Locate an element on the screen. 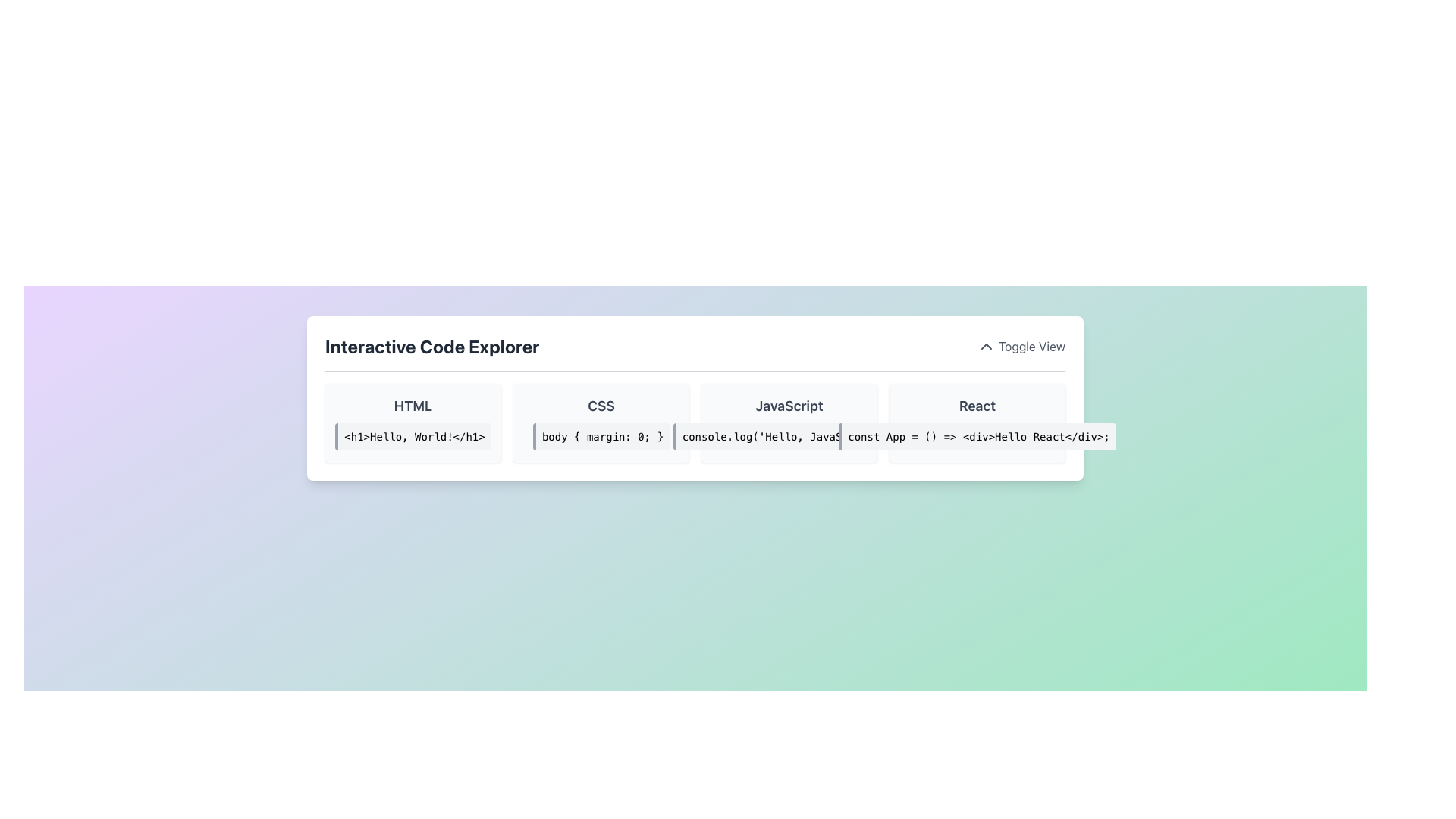 The height and width of the screenshot is (819, 1456). the 'Toggle View' button located in the top-right corner of the 'Interactive Code Explorer' area is located at coordinates (1021, 346).